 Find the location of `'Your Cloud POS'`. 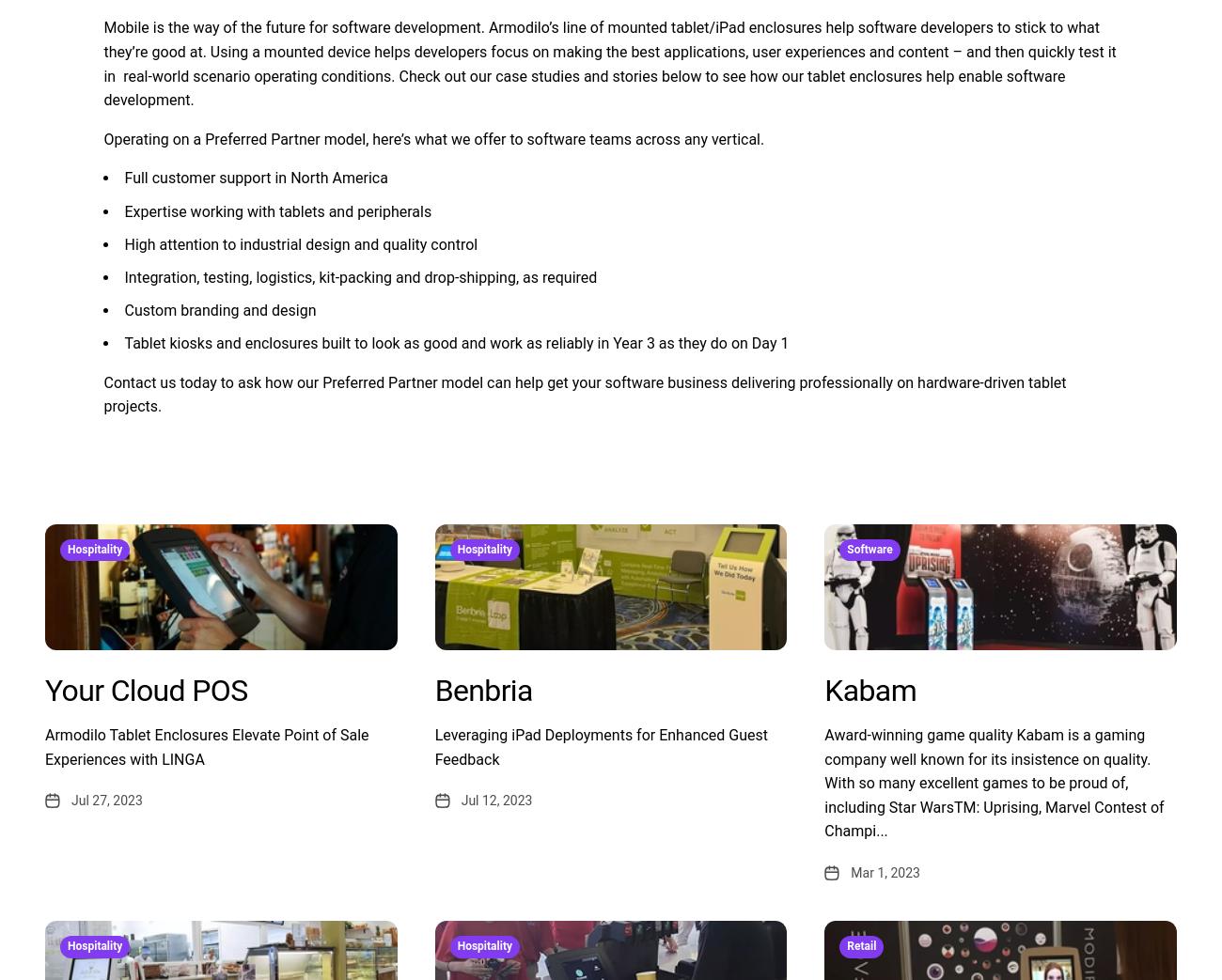

'Your Cloud POS' is located at coordinates (145, 689).